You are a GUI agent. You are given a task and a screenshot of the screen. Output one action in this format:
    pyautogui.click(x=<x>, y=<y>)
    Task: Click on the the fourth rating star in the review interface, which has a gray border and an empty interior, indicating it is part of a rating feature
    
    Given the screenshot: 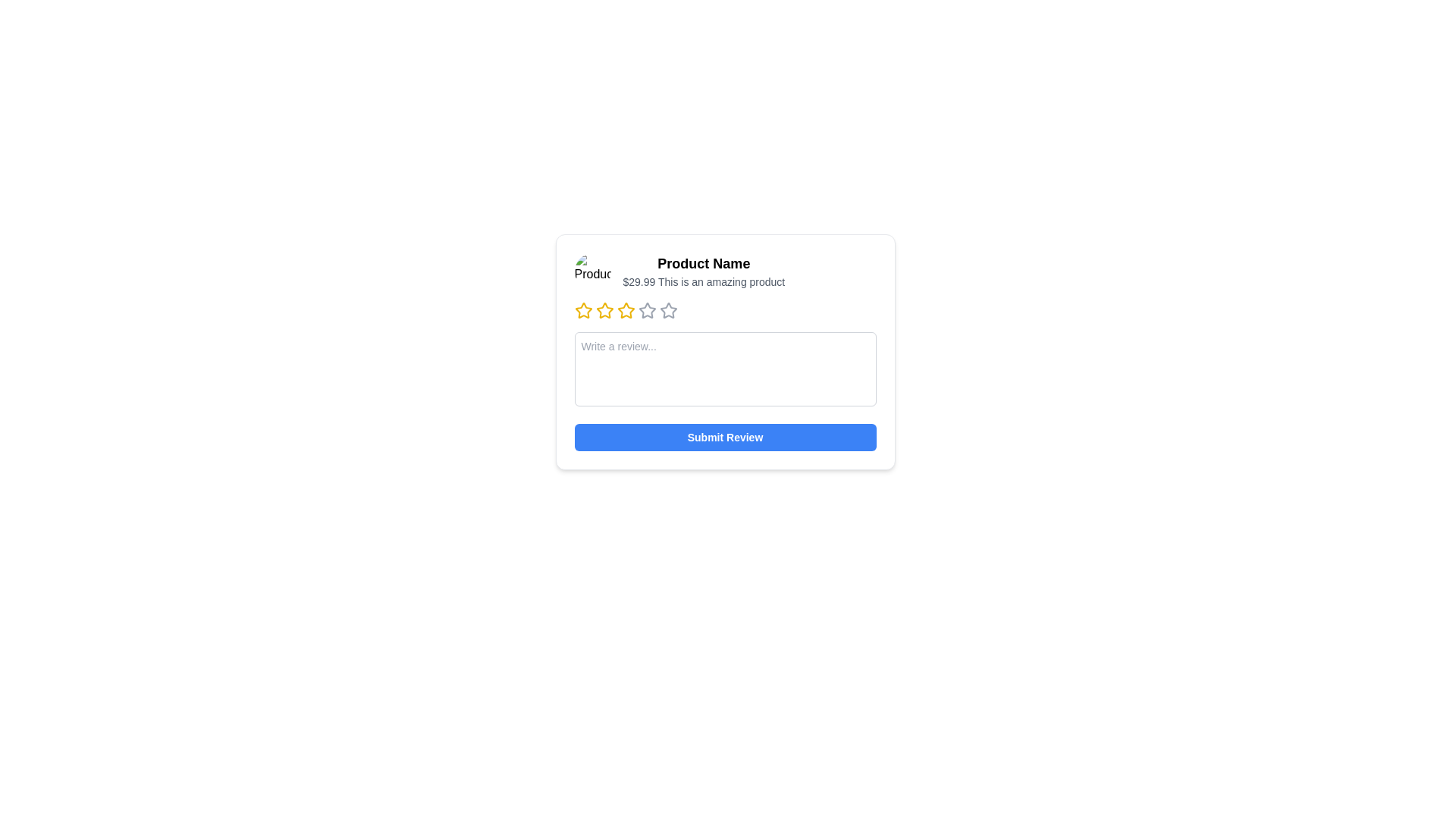 What is the action you would take?
    pyautogui.click(x=647, y=309)
    